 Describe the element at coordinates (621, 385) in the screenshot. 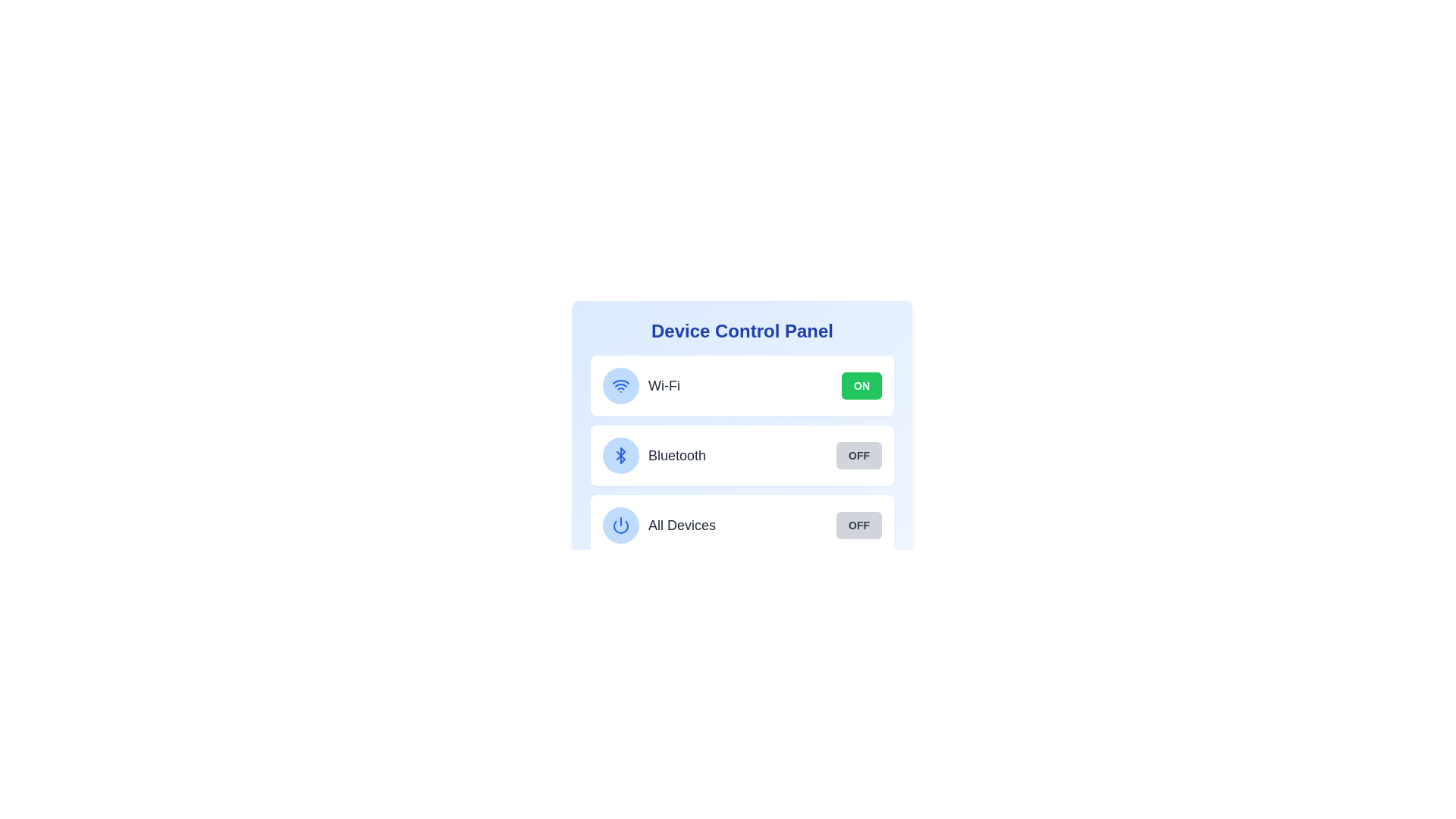

I see `the WiFi icon that visually represents the WiFi feature, located to the left of the 'Wi-Fi' text and aligned with it` at that location.